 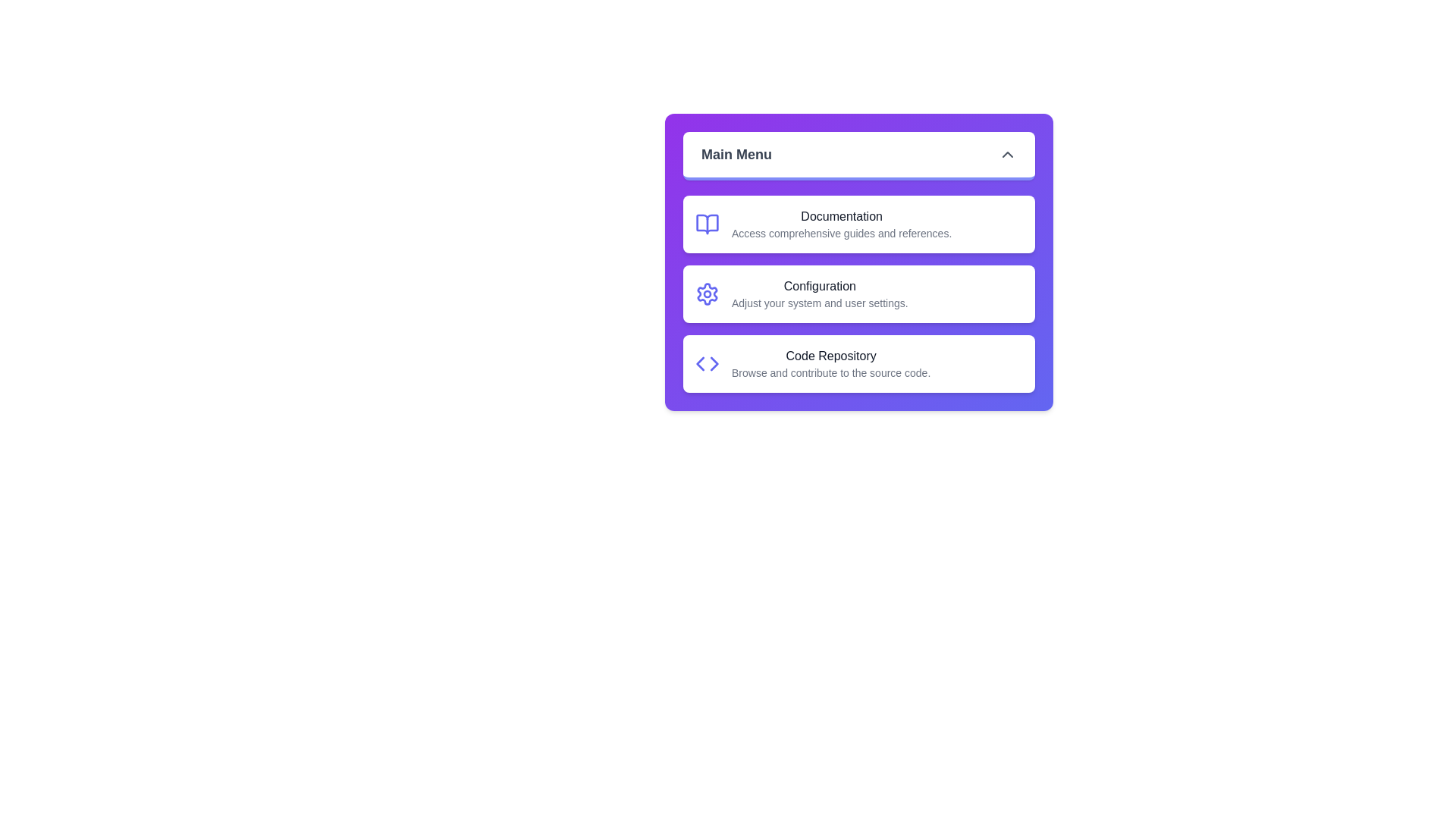 What do you see at coordinates (858, 155) in the screenshot?
I see `the main menu button to toggle the menu visibility` at bounding box center [858, 155].